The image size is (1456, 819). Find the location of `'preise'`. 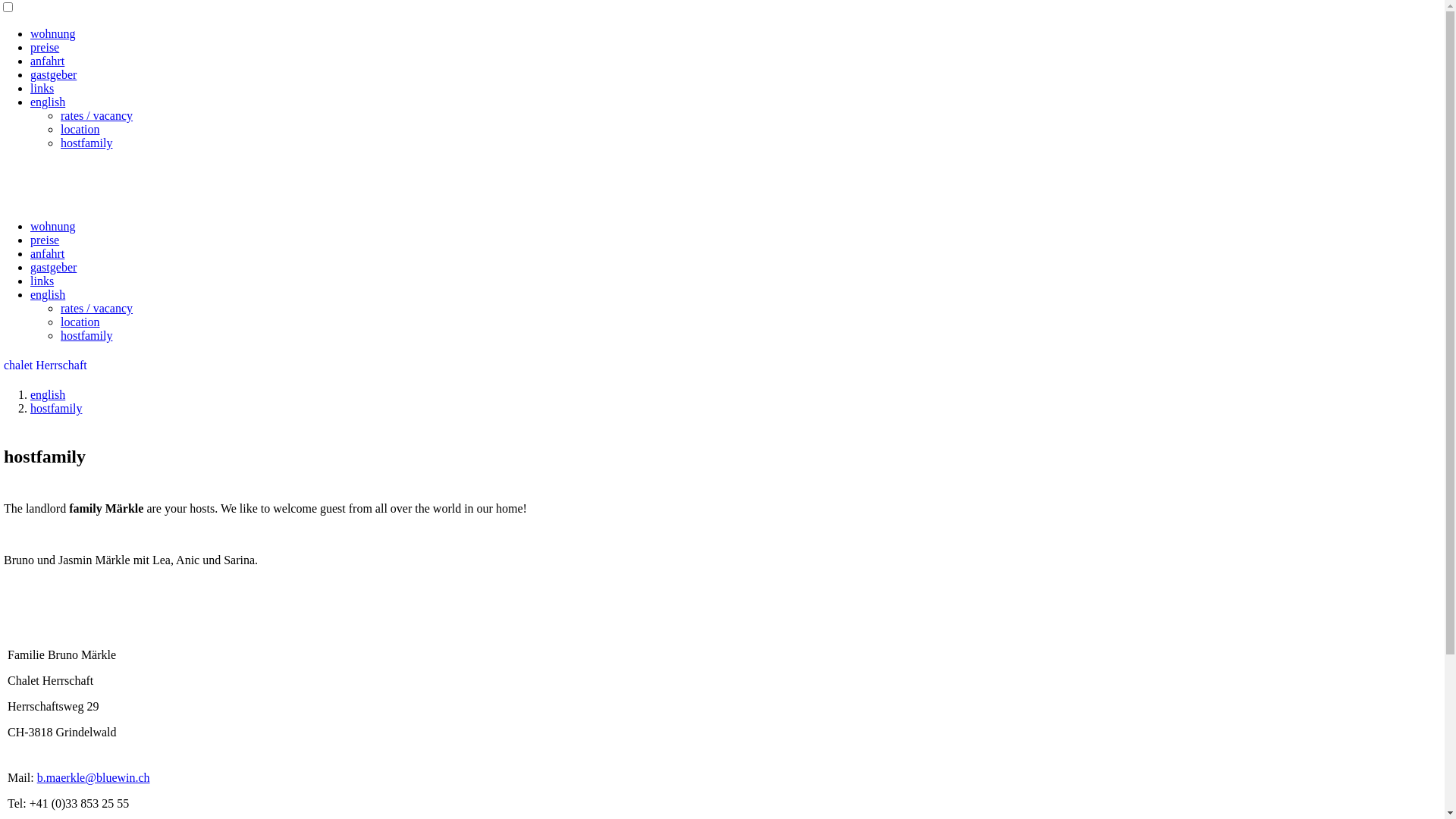

'preise' is located at coordinates (44, 46).